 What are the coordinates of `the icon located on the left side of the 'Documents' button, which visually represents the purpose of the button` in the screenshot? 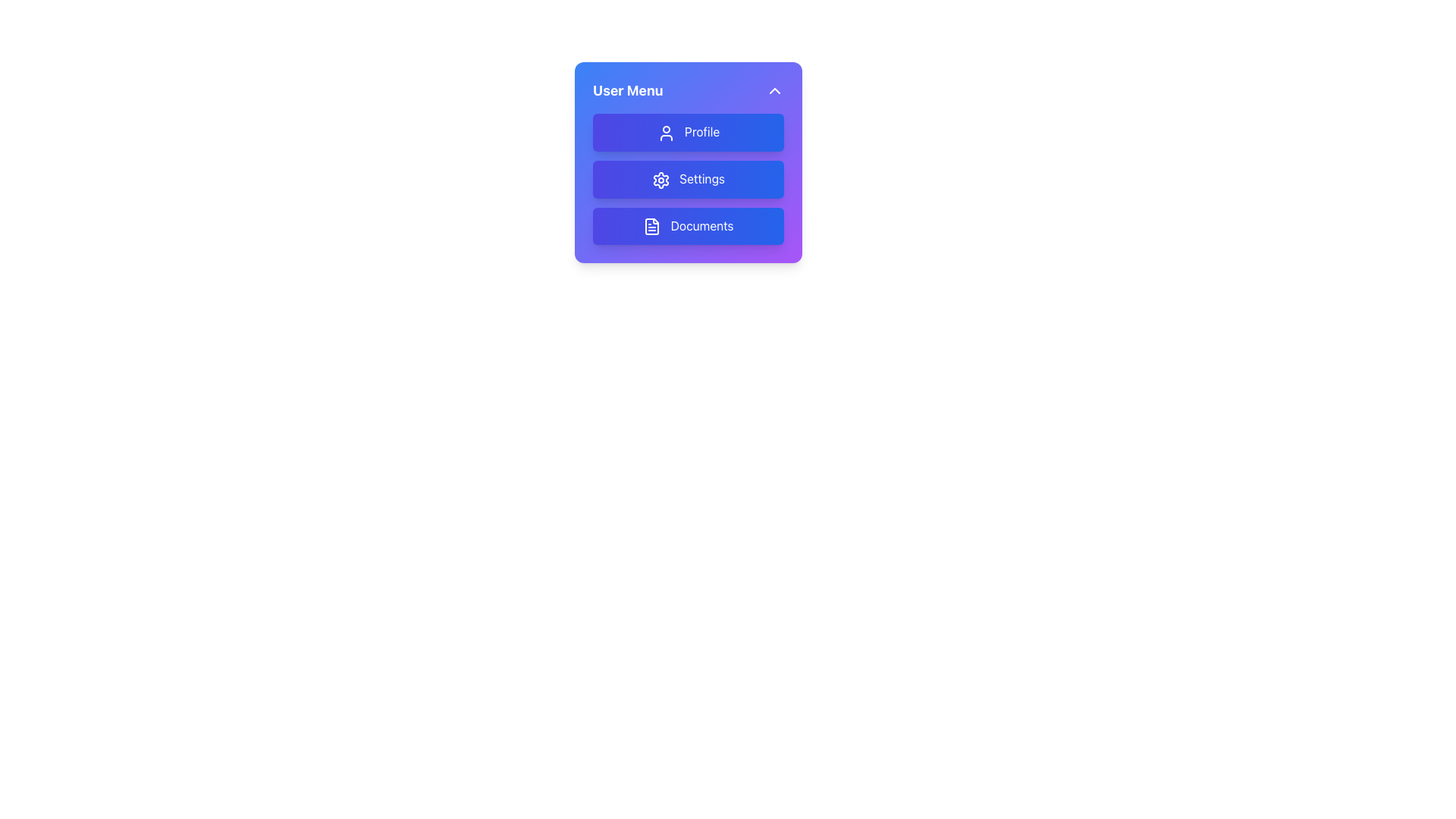 It's located at (652, 227).